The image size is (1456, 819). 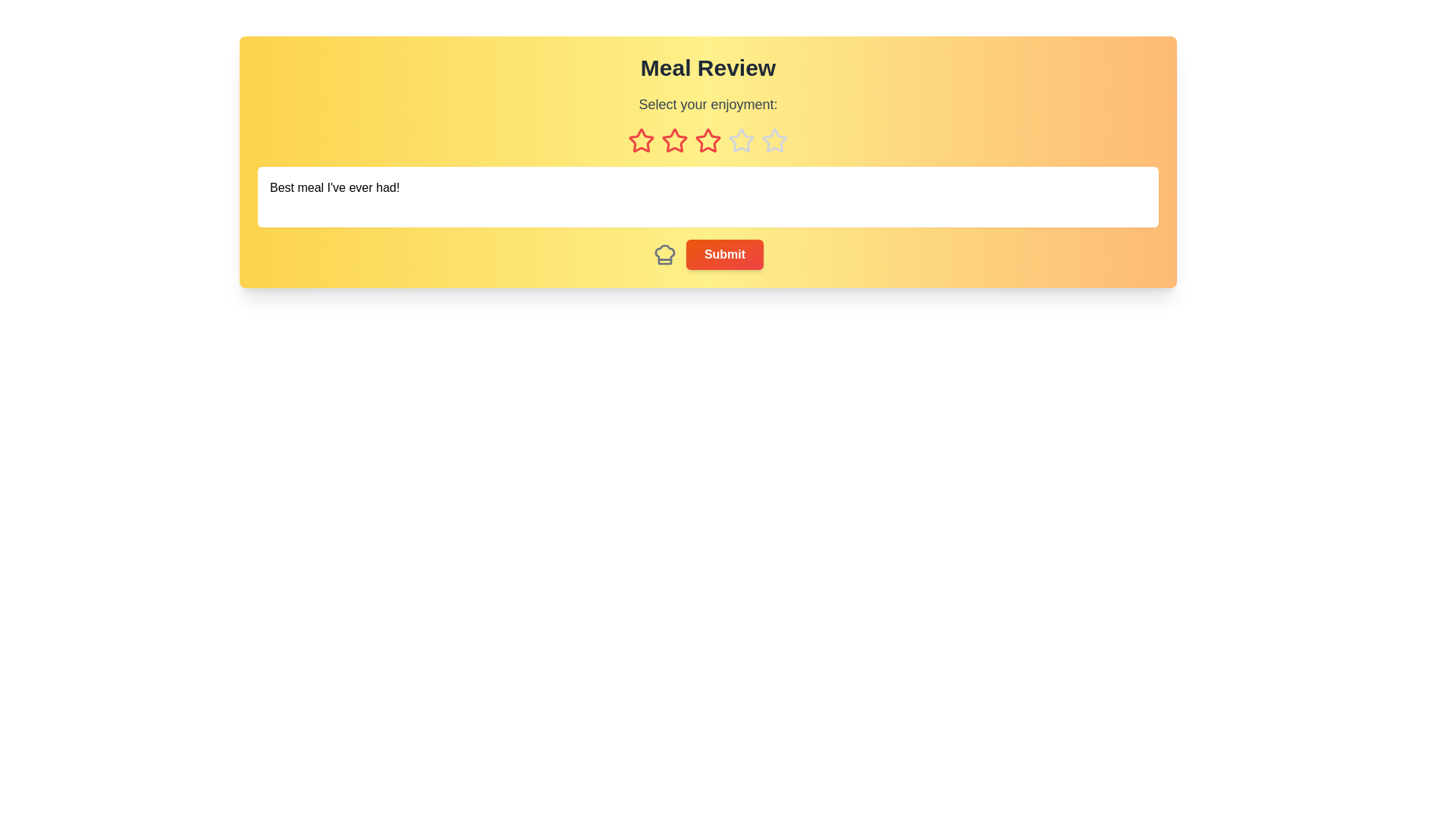 I want to click on the sixth star icon used for rating in the review system located below the 'Meal Review' heading and 'Select your enjoyment:' prompt, so click(x=742, y=140).